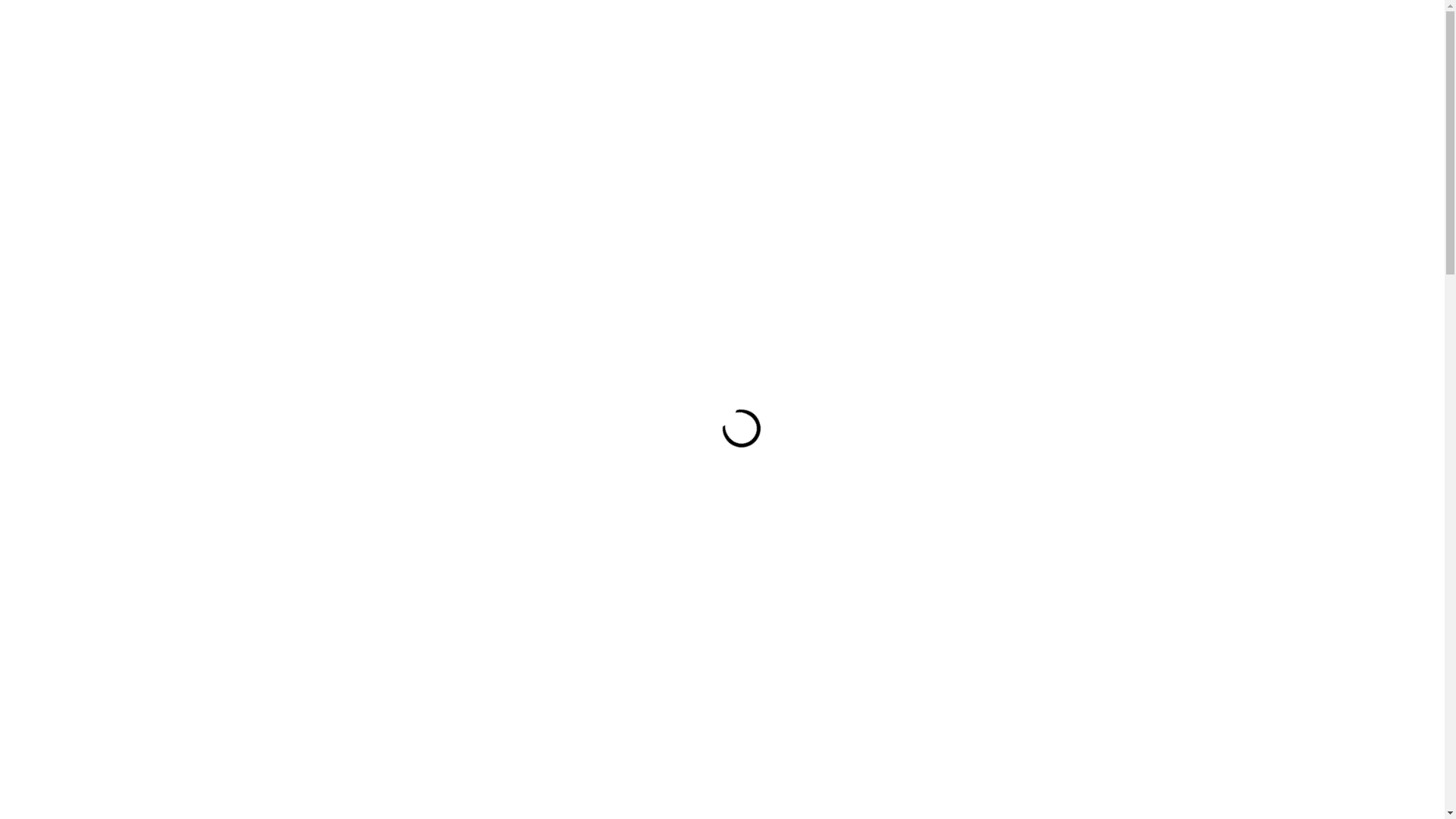  I want to click on 'indoor', so click(531, 110).